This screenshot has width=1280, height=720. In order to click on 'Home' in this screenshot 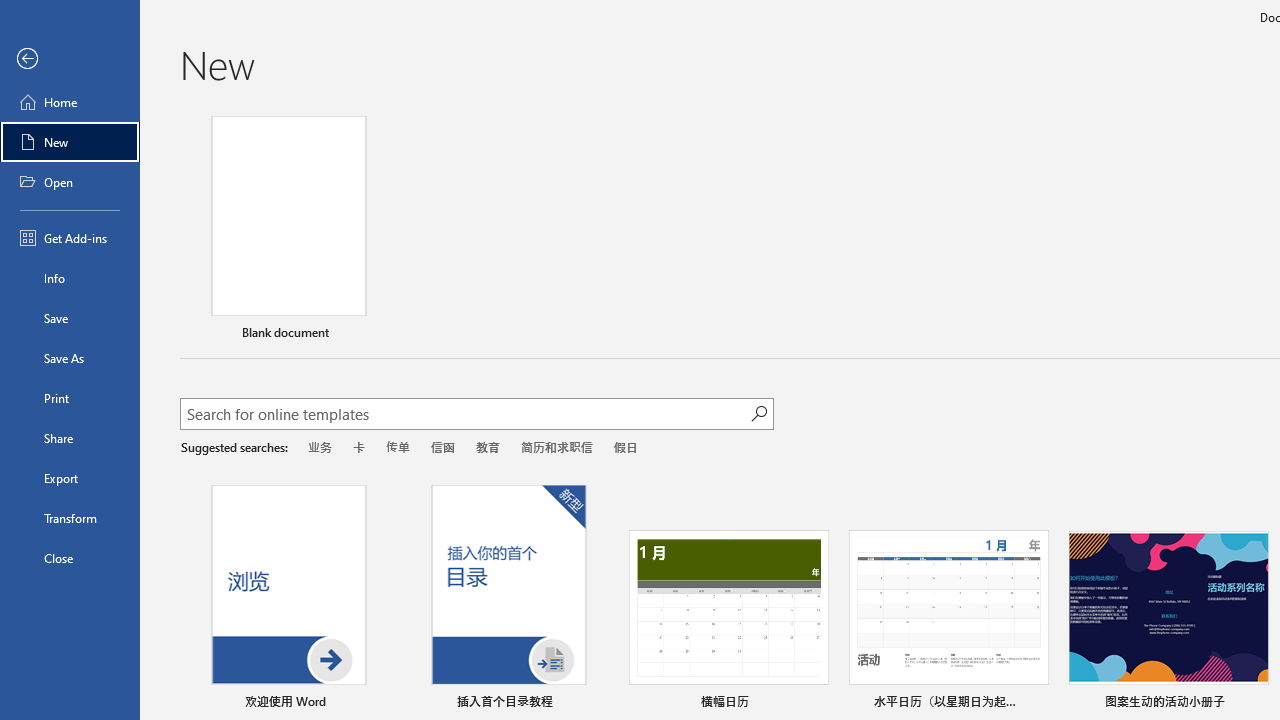, I will do `click(69, 101)`.